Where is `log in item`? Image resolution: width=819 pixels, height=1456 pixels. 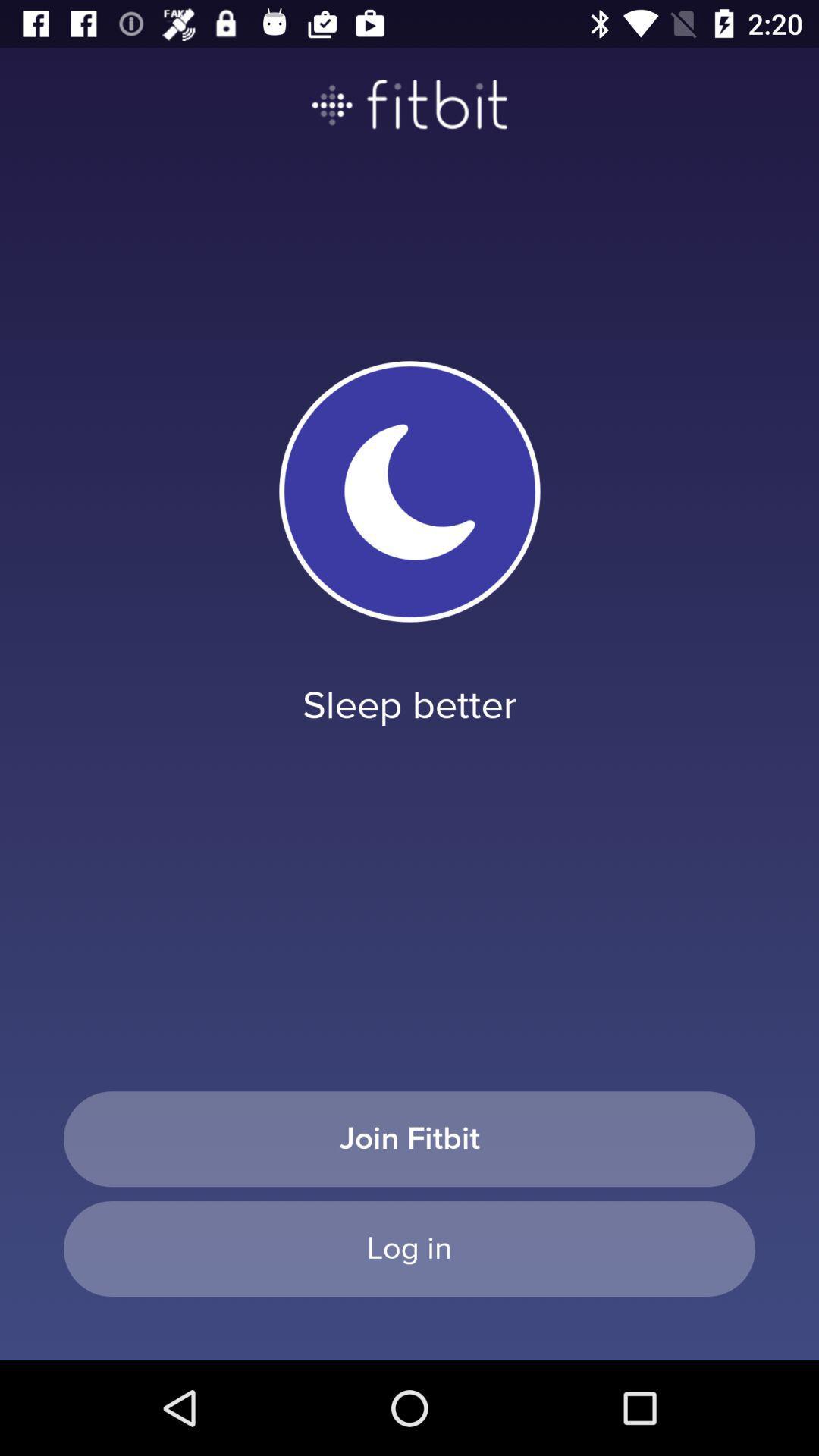
log in item is located at coordinates (409, 1248).